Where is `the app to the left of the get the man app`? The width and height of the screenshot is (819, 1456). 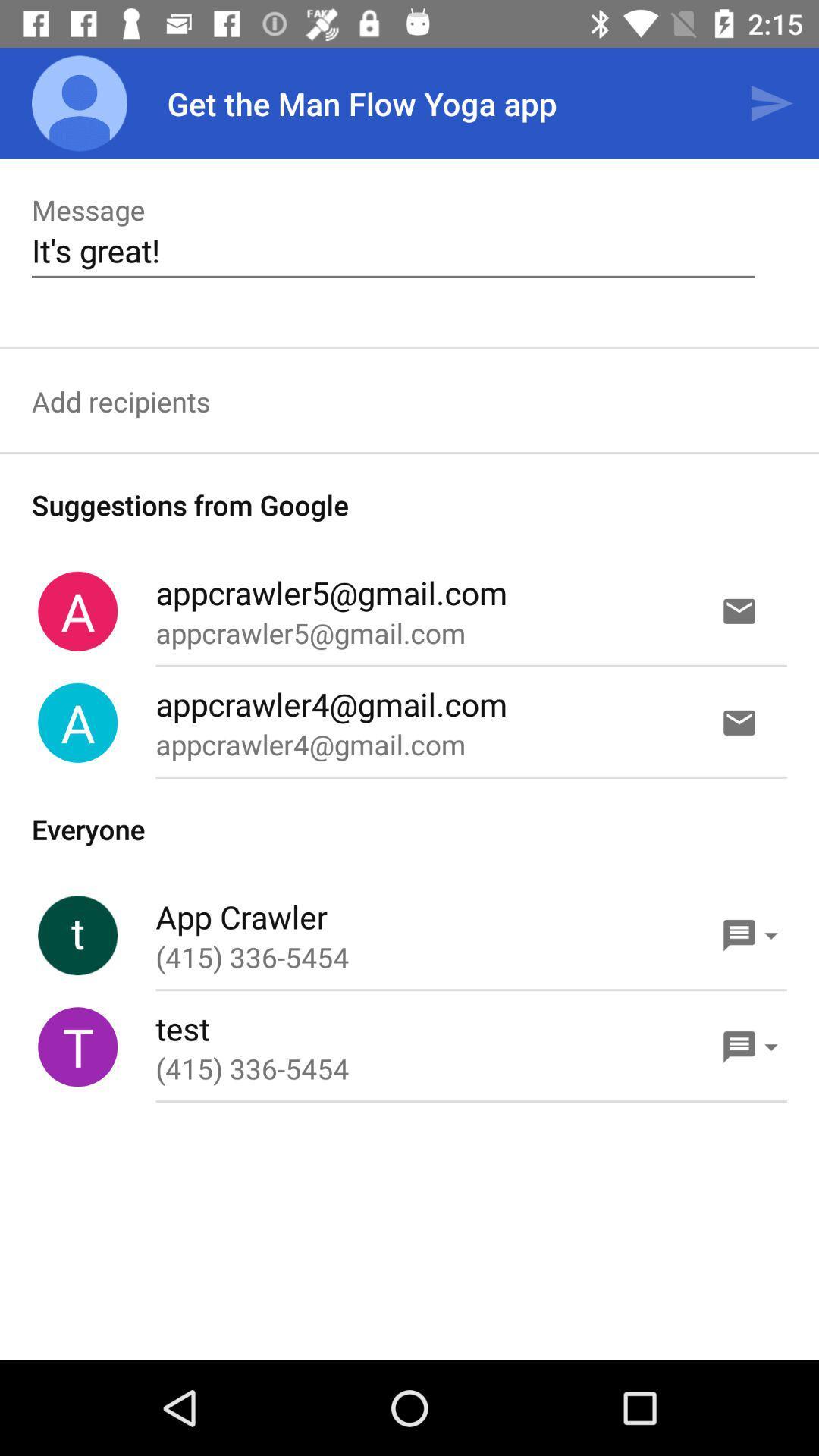 the app to the left of the get the man app is located at coordinates (79, 102).